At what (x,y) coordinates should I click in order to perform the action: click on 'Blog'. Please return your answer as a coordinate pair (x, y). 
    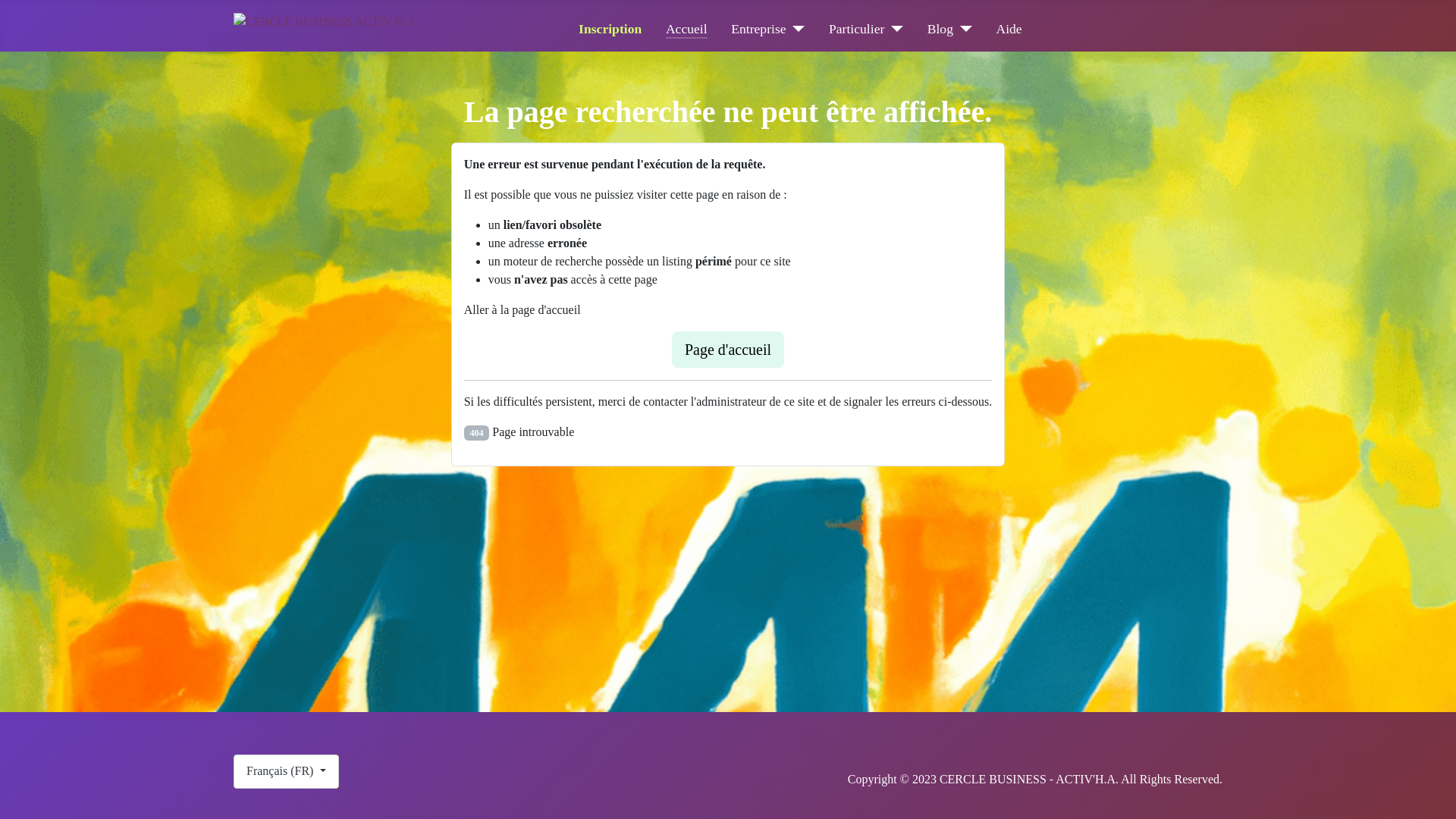
    Looking at the image, I should click on (927, 29).